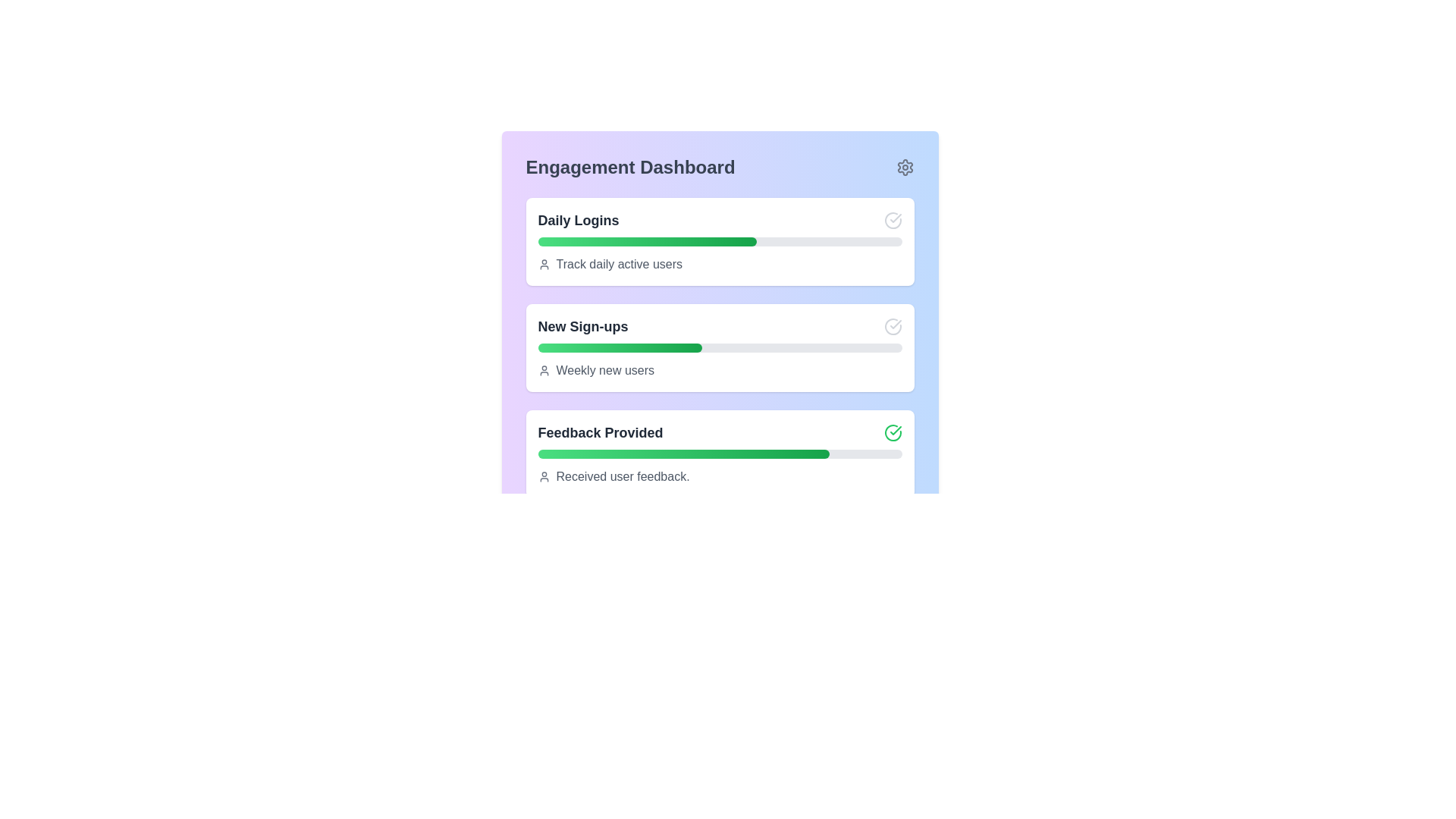 The image size is (1456, 819). I want to click on the checkmark icon enclosed within a circle, so click(895, 324).